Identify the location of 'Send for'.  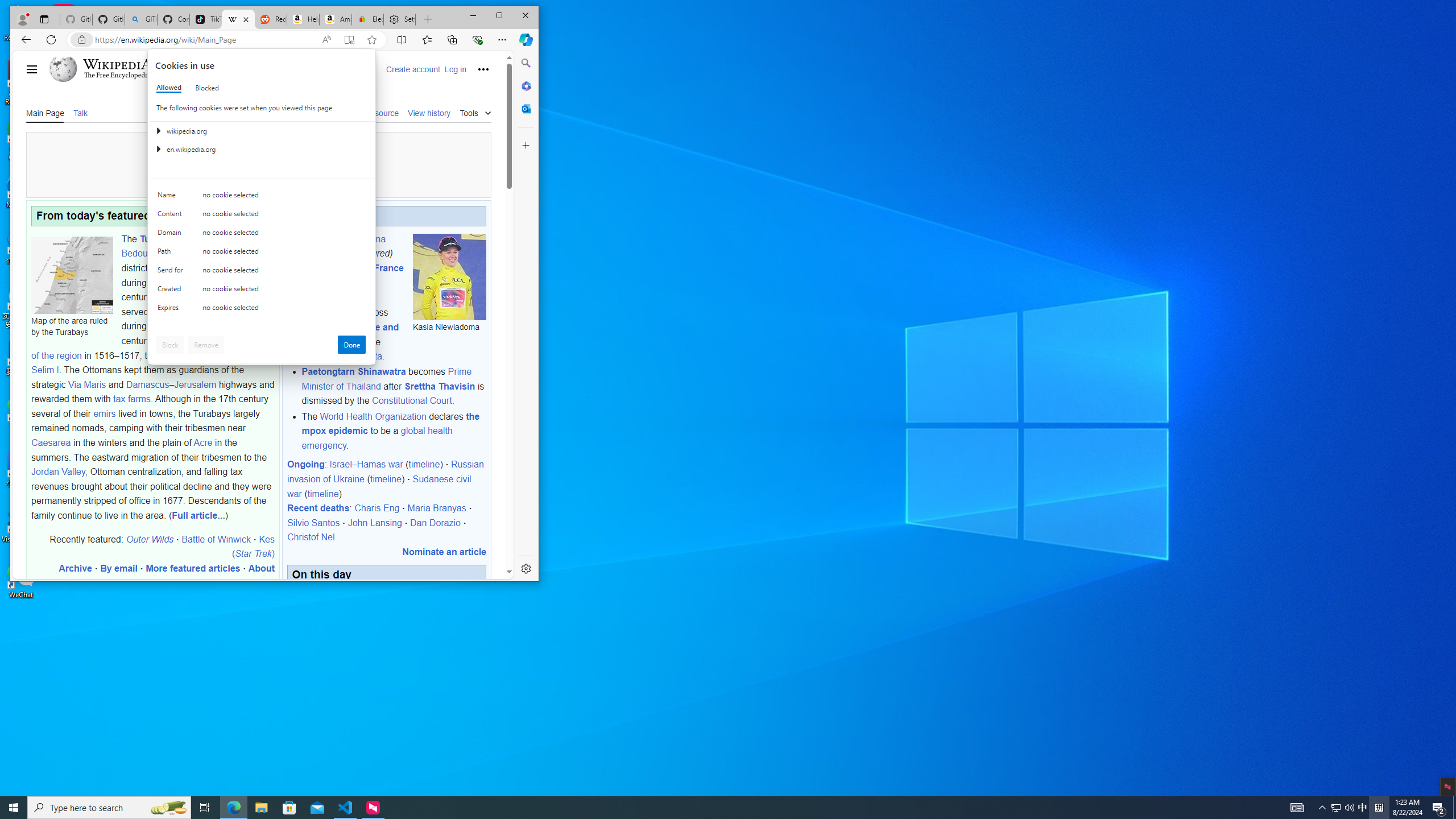
(172, 272).